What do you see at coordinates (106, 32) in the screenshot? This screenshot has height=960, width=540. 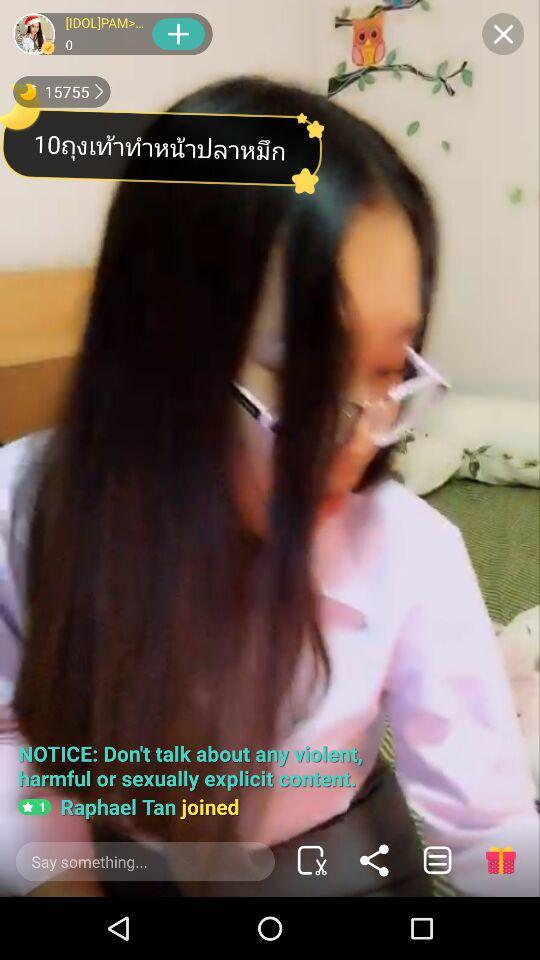 I see `the text which is left to the plus symbol` at bounding box center [106, 32].